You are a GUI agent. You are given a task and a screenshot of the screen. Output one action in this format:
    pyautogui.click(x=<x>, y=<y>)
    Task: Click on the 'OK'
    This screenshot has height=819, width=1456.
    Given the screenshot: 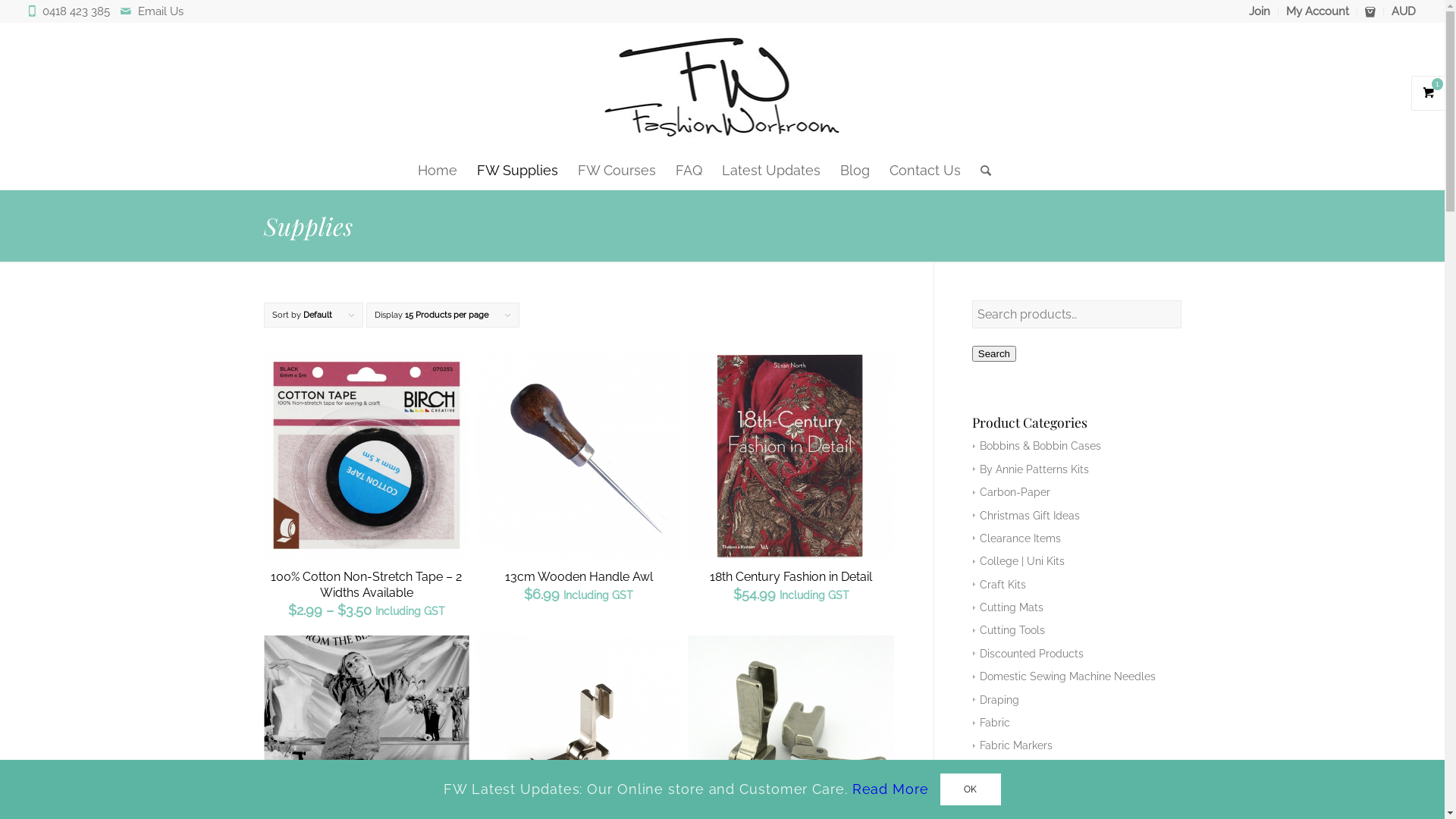 What is the action you would take?
    pyautogui.click(x=939, y=789)
    